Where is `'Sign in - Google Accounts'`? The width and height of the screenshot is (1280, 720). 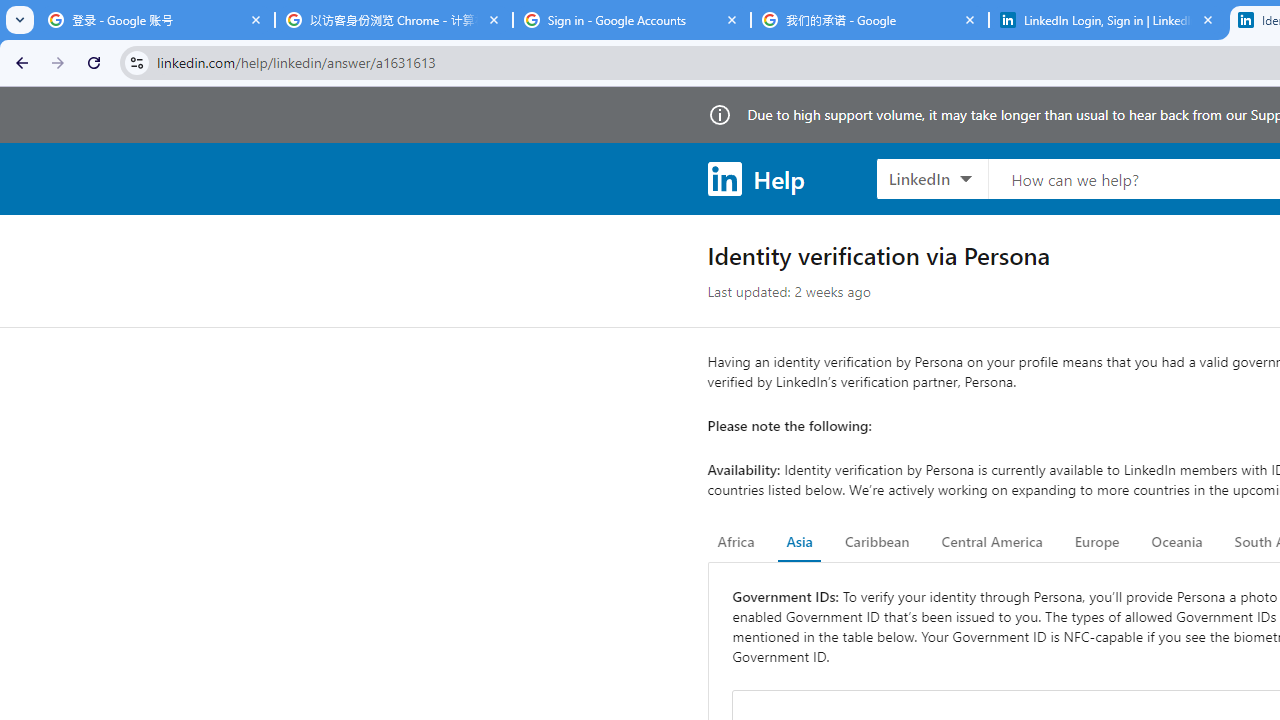
'Sign in - Google Accounts' is located at coordinates (631, 20).